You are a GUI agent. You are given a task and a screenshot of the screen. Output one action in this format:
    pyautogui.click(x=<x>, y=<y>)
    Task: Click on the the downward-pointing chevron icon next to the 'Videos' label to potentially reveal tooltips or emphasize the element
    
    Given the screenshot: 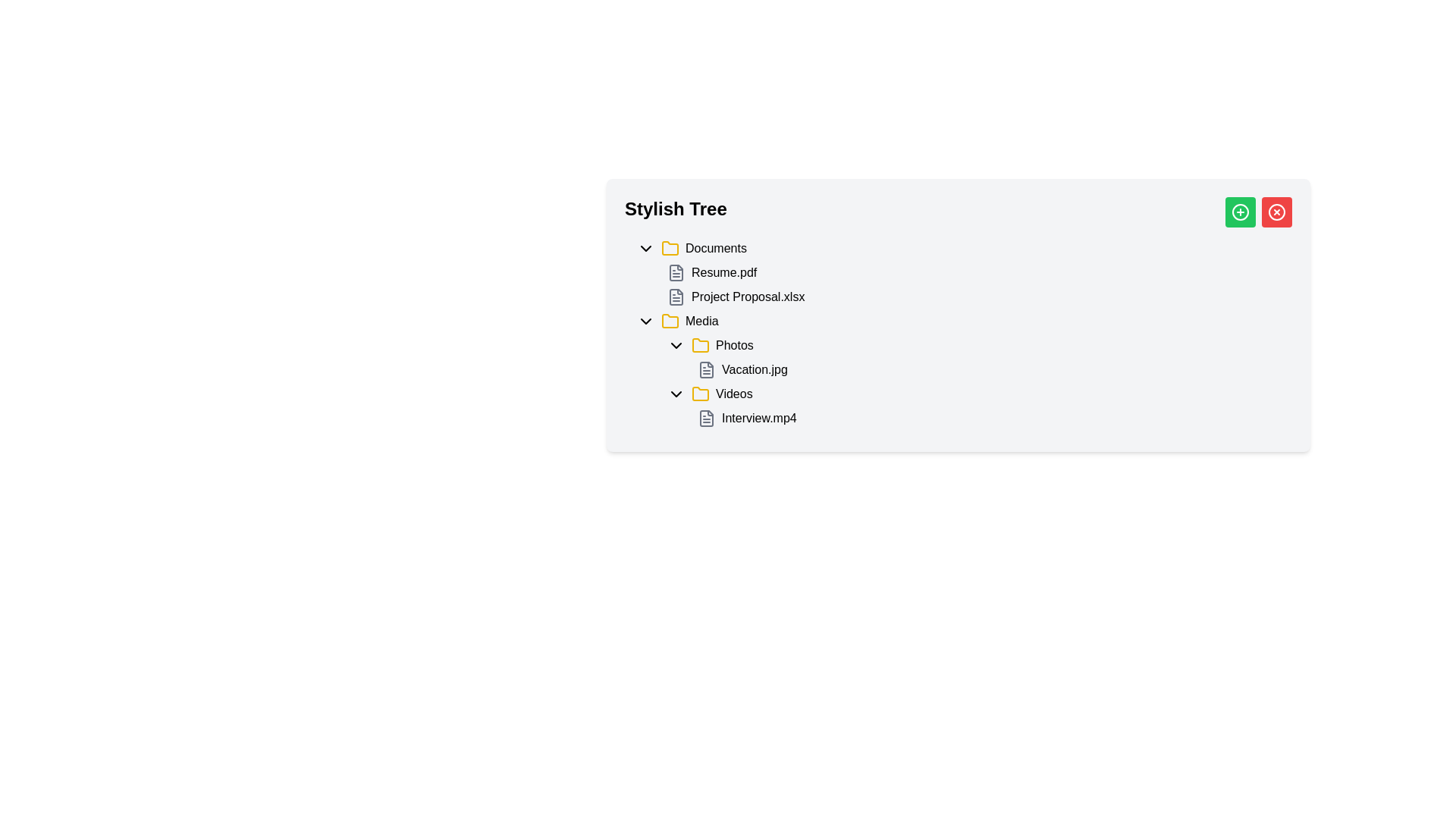 What is the action you would take?
    pyautogui.click(x=676, y=394)
    